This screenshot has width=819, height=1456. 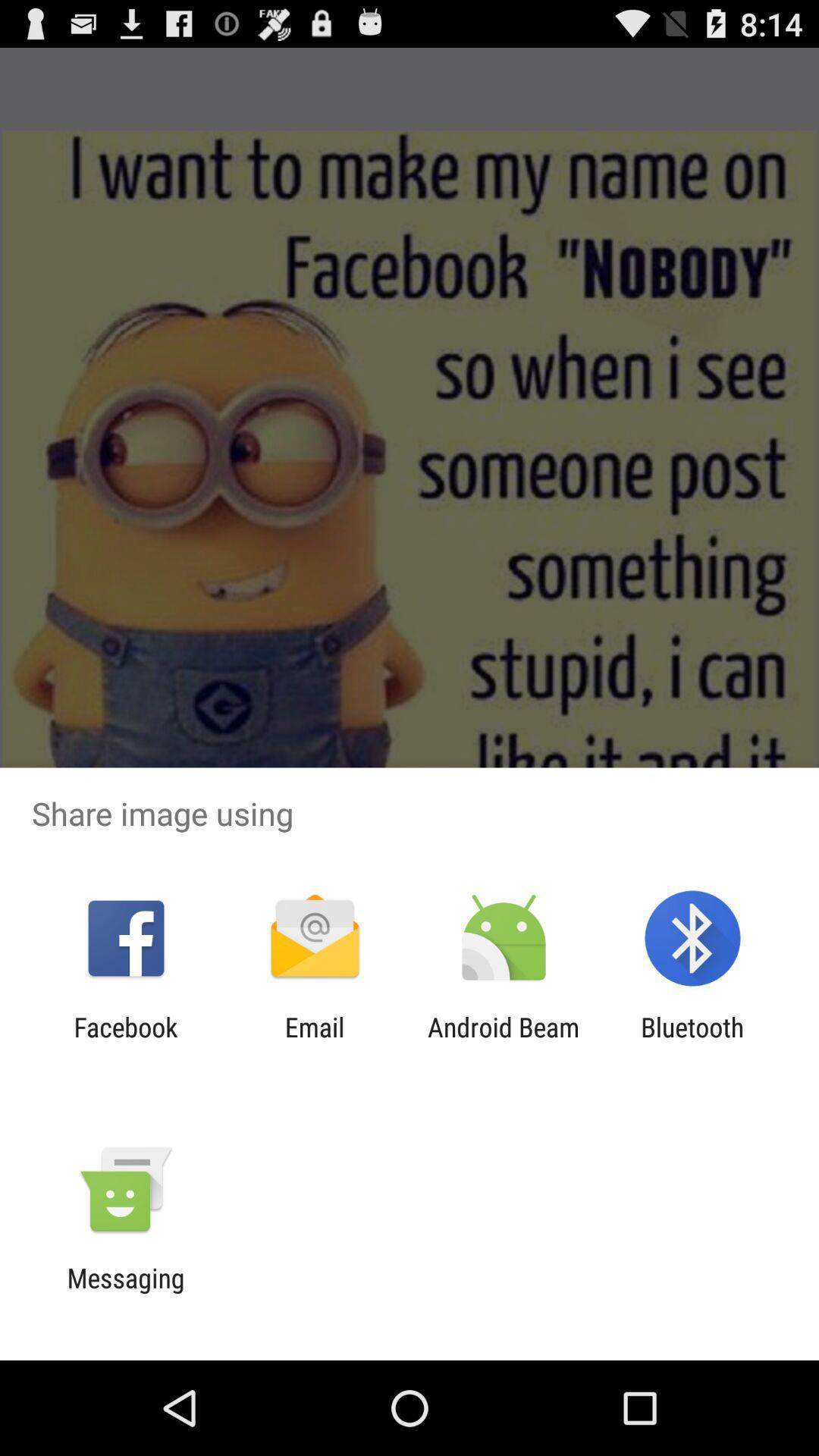 What do you see at coordinates (314, 1042) in the screenshot?
I see `the icon next to the android beam` at bounding box center [314, 1042].